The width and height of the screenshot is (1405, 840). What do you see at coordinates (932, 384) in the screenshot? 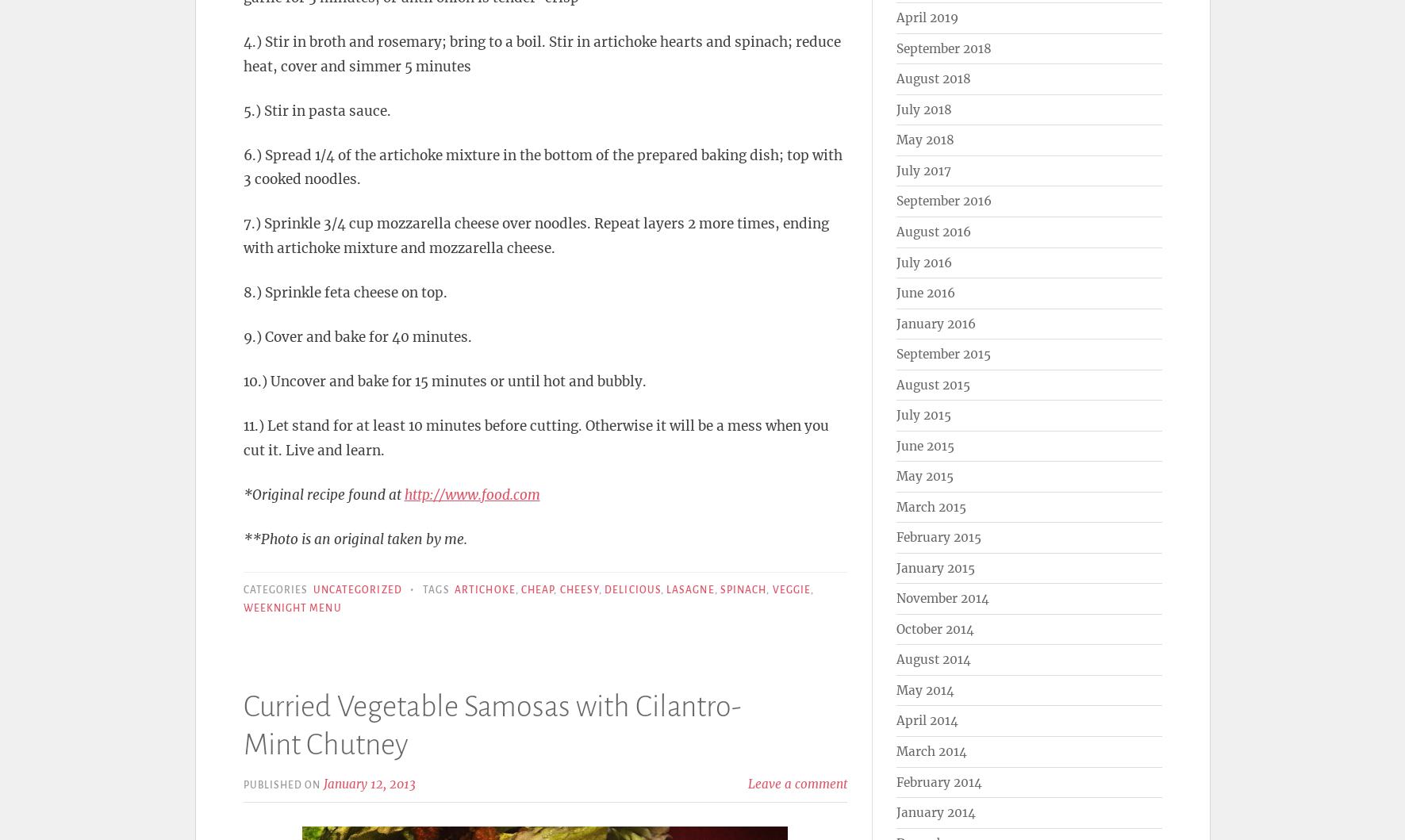
I see `'August 2015'` at bounding box center [932, 384].